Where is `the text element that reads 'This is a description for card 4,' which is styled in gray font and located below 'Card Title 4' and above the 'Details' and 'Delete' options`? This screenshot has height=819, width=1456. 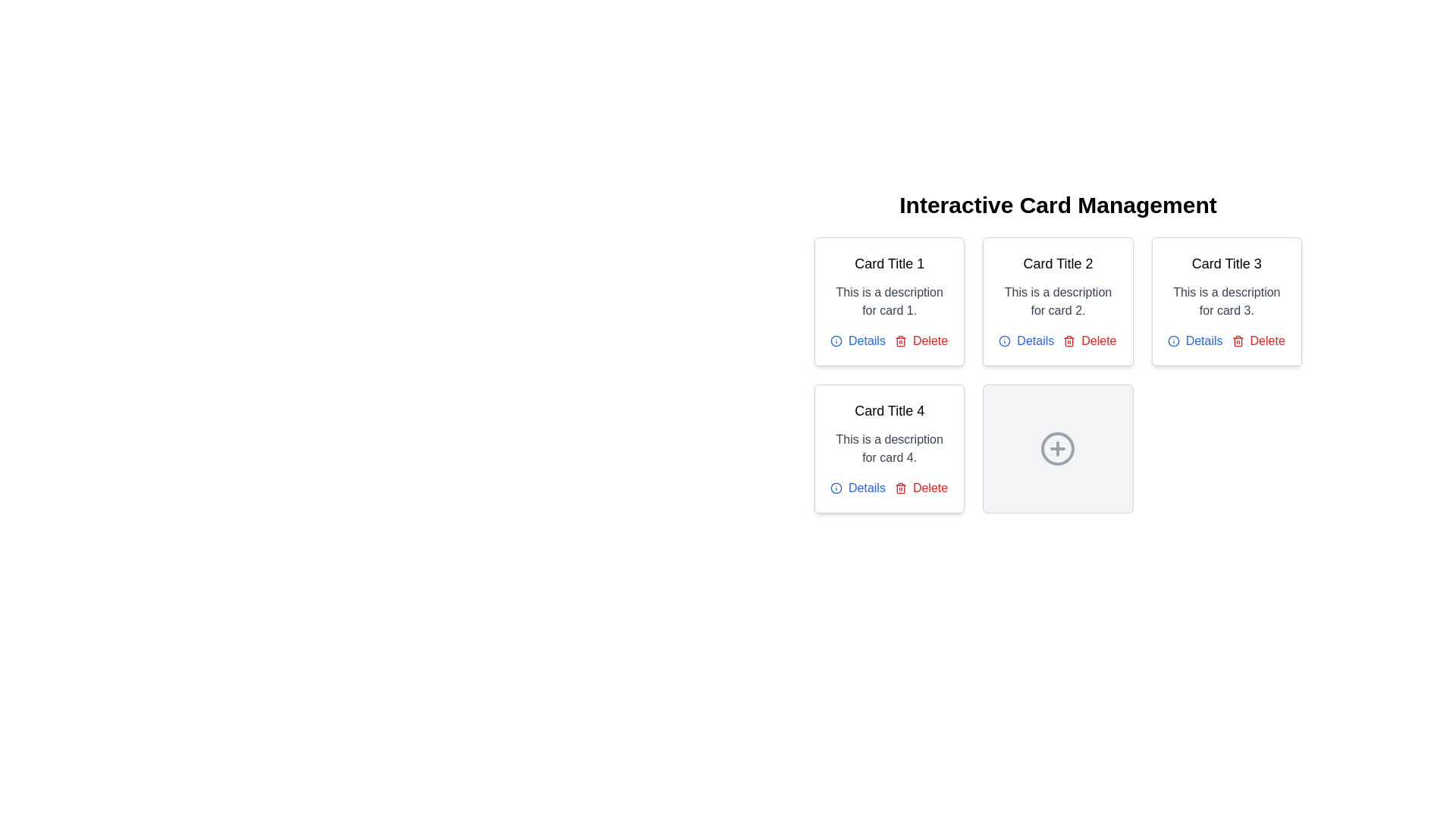
the text element that reads 'This is a description for card 4,' which is styled in gray font and located below 'Card Title 4' and above the 'Details' and 'Delete' options is located at coordinates (890, 447).